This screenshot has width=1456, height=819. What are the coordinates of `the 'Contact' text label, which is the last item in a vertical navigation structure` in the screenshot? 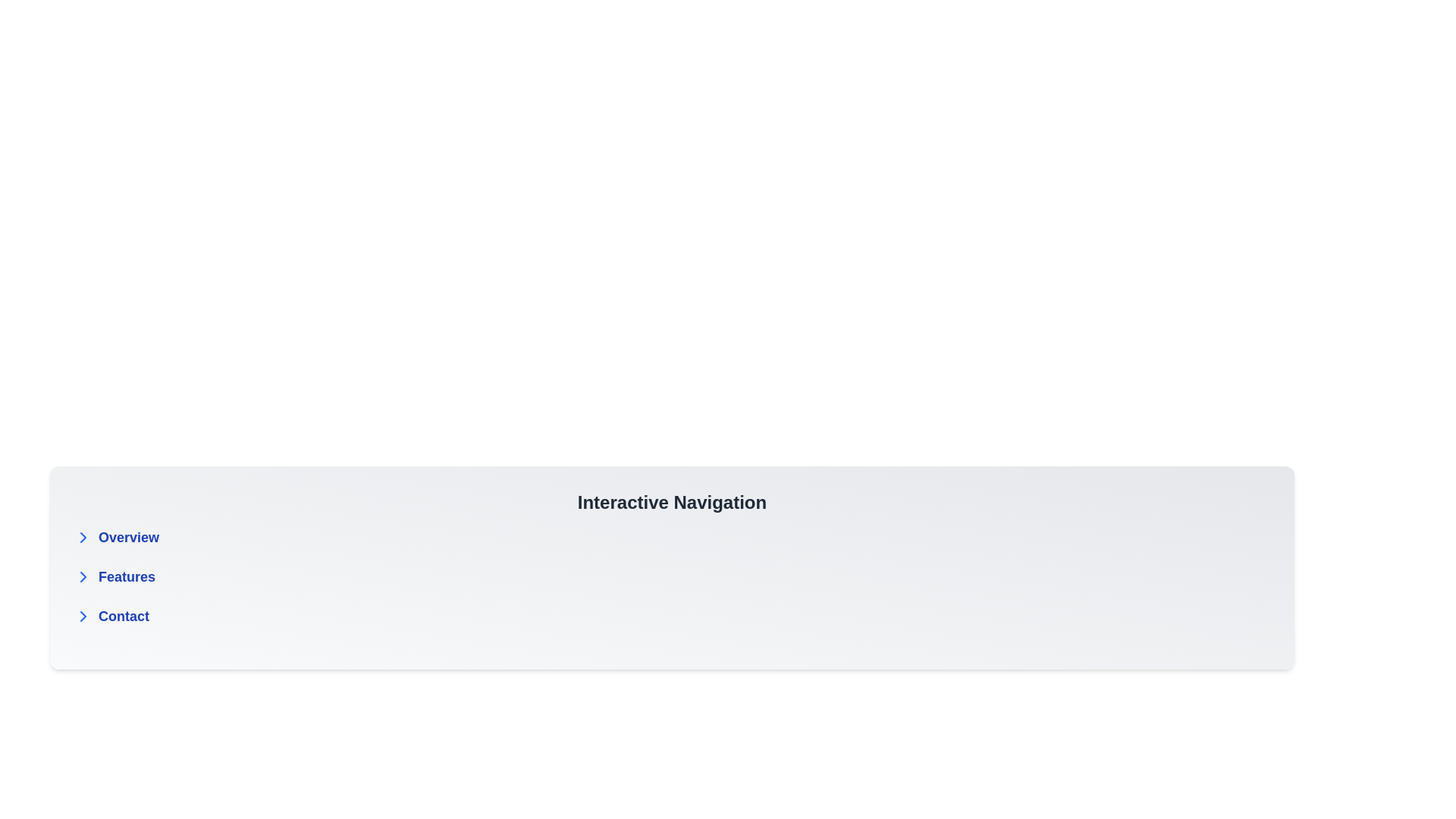 It's located at (124, 617).